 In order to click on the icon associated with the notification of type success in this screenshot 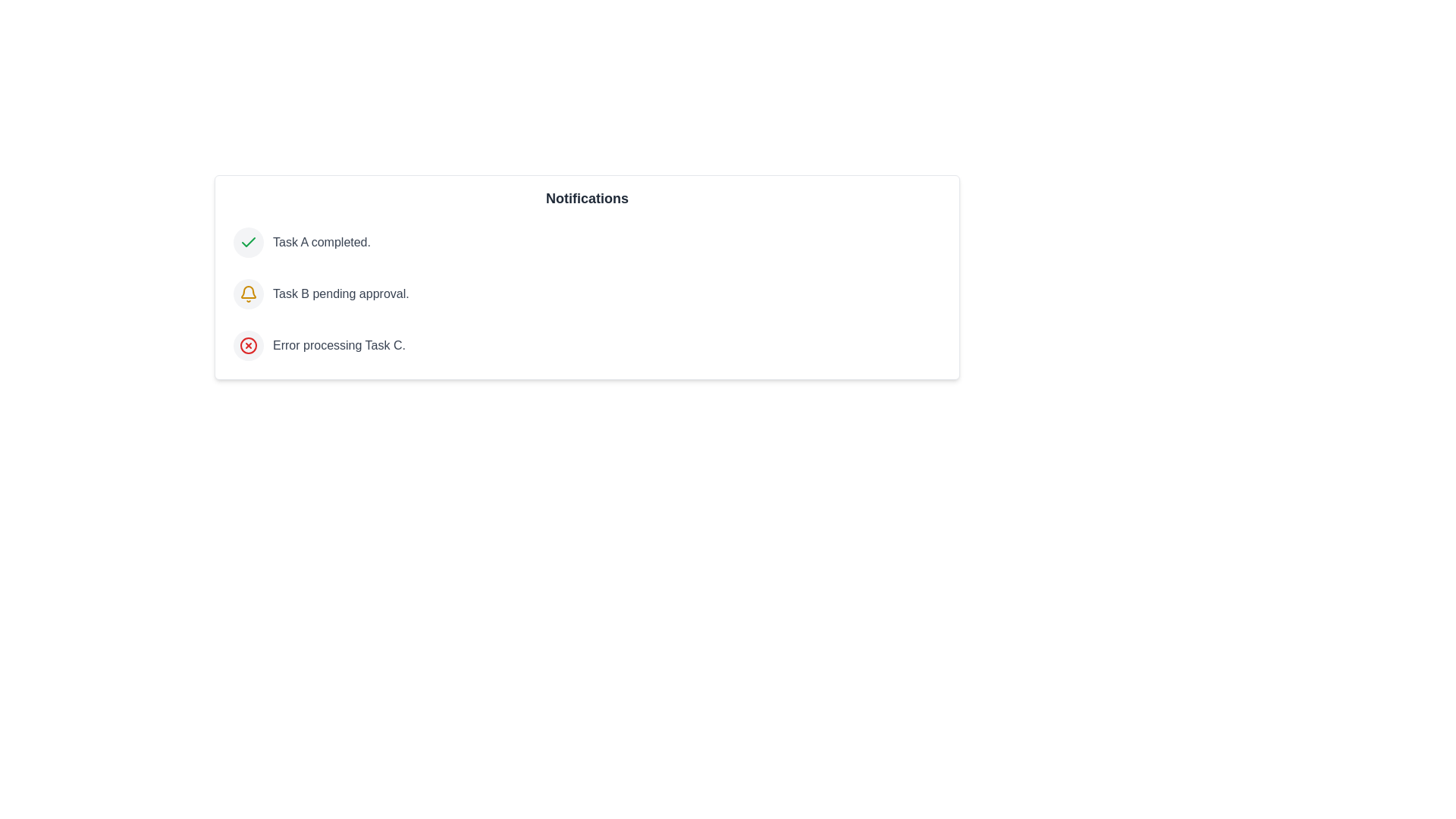, I will do `click(248, 242)`.